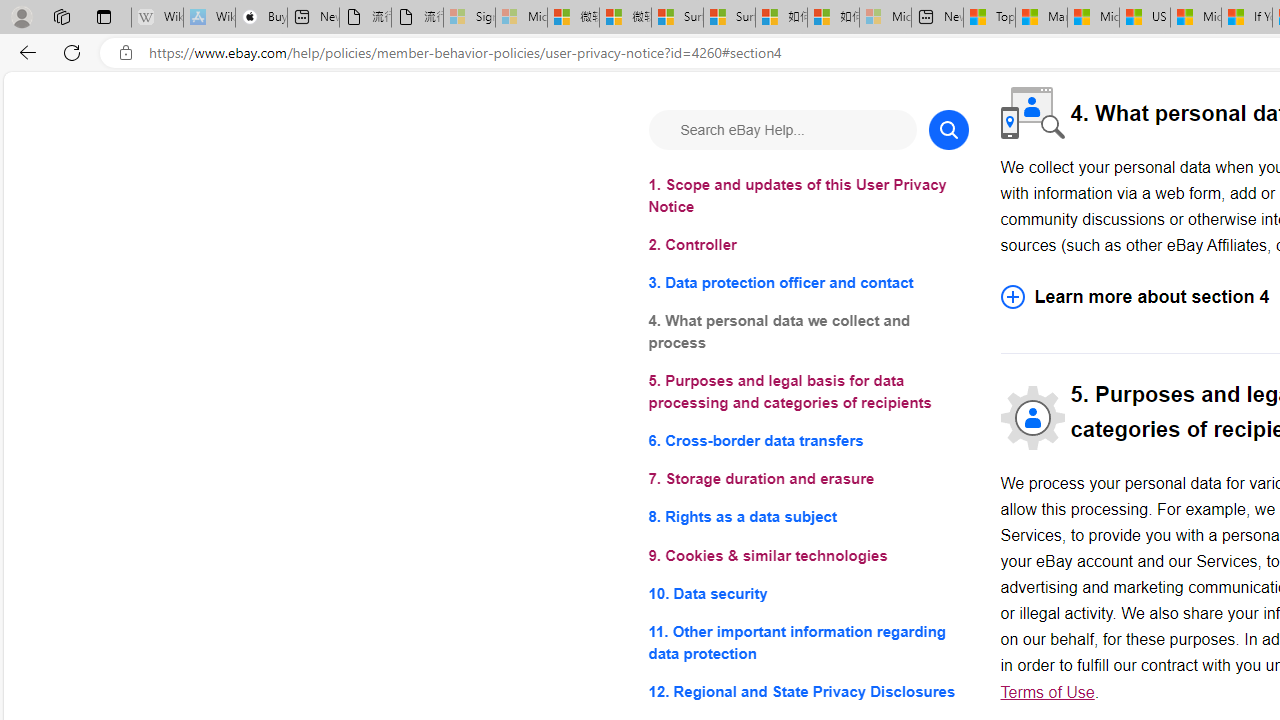 This screenshot has height=720, width=1280. Describe the element at coordinates (808, 479) in the screenshot. I see `'7. Storage duration and erasure'` at that location.